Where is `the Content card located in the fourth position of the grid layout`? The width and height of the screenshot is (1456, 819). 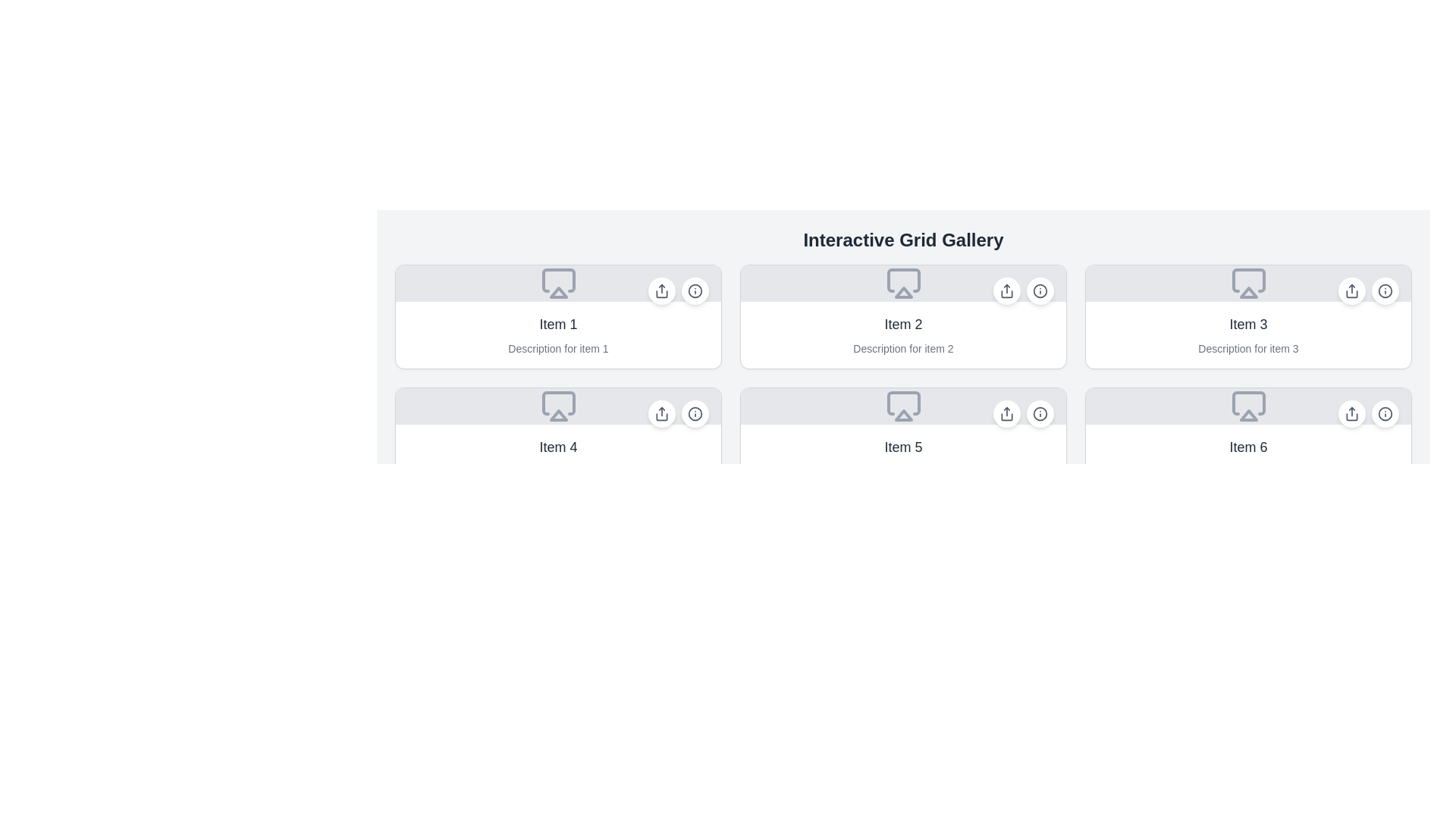
the Content card located in the fourth position of the grid layout is located at coordinates (557, 457).